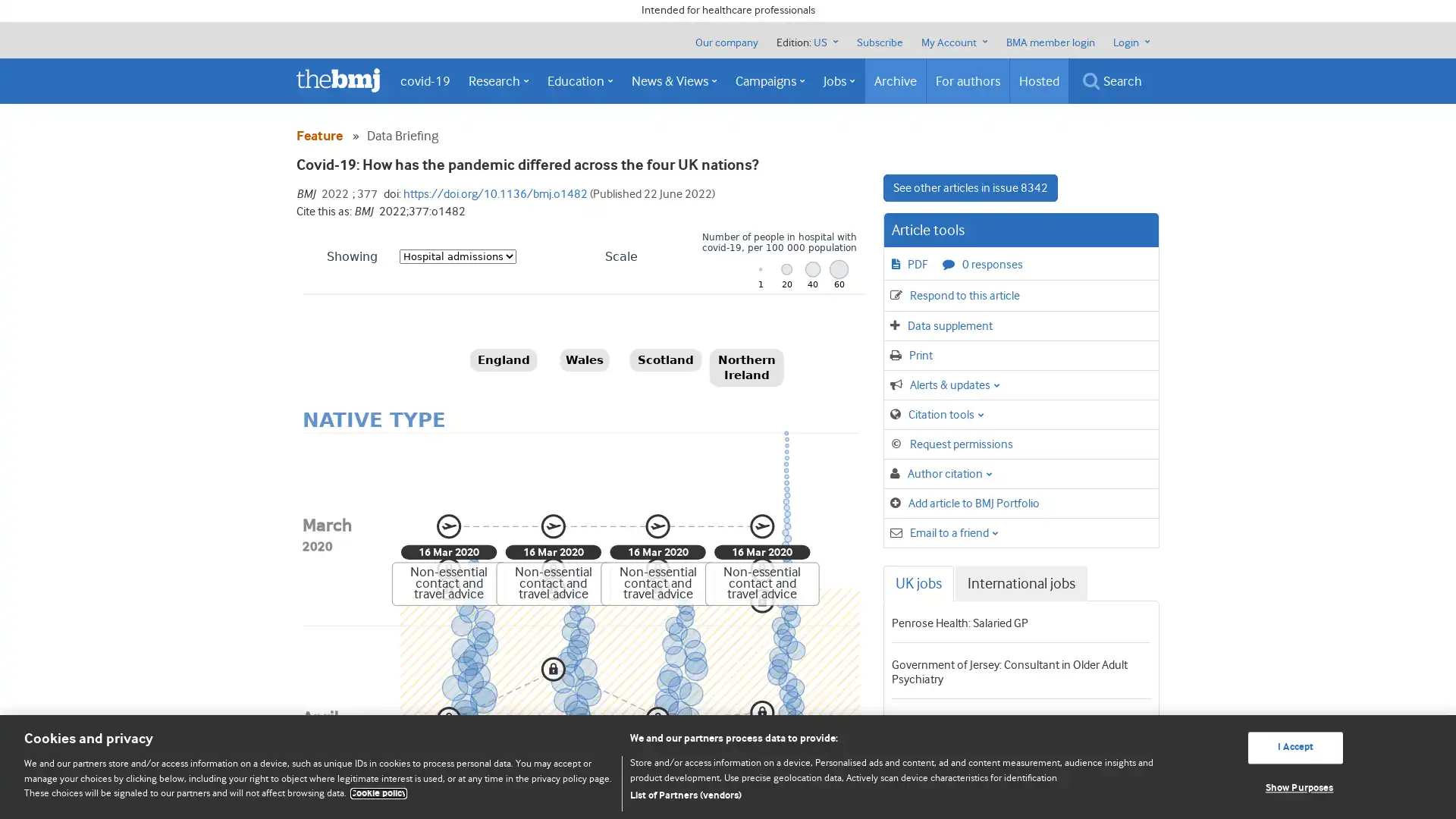  What do you see at coordinates (1294, 747) in the screenshot?
I see `I Accept` at bounding box center [1294, 747].